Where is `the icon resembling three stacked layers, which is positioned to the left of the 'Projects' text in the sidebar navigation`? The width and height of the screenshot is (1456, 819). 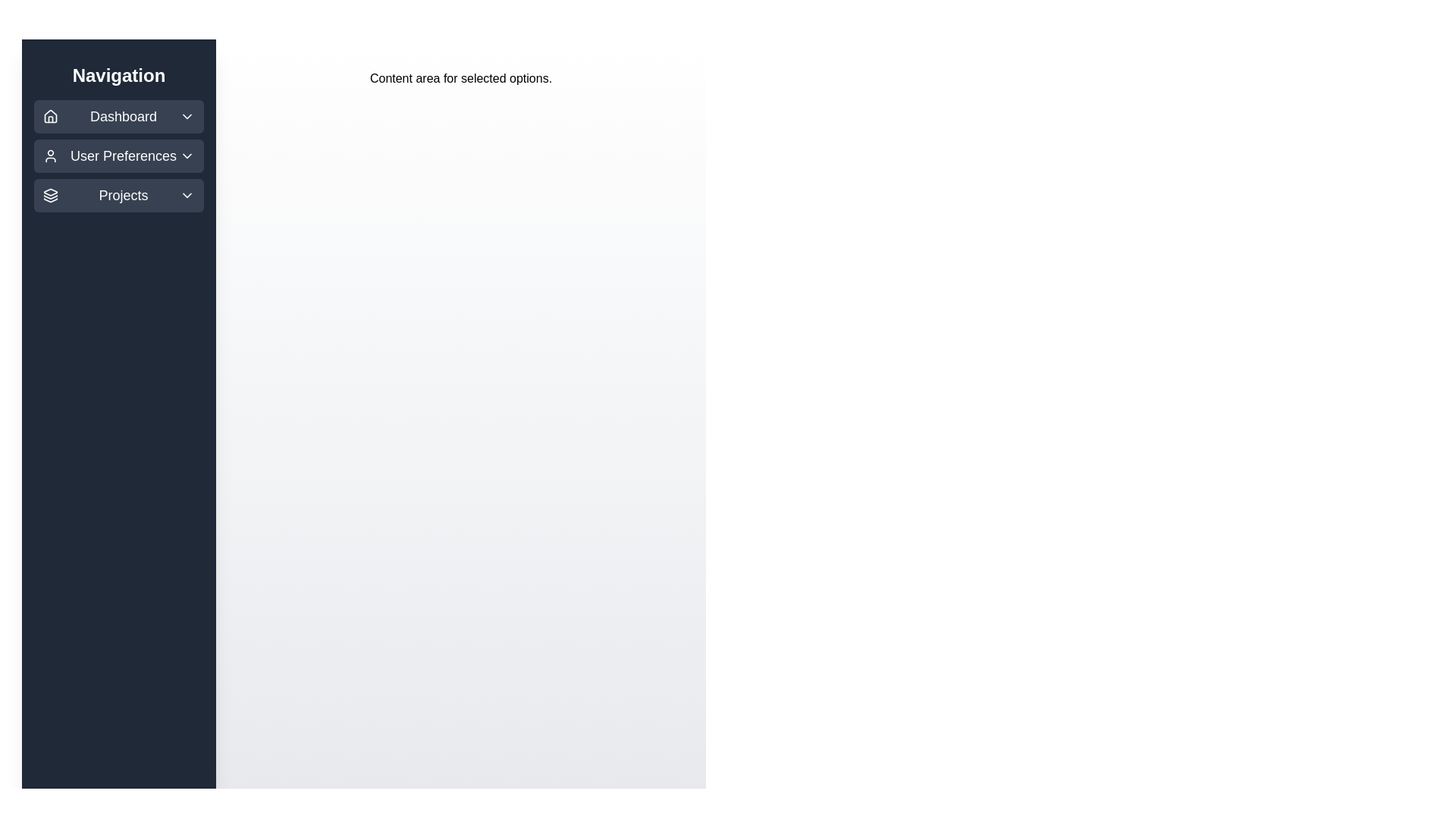
the icon resembling three stacked layers, which is positioned to the left of the 'Projects' text in the sidebar navigation is located at coordinates (51, 195).